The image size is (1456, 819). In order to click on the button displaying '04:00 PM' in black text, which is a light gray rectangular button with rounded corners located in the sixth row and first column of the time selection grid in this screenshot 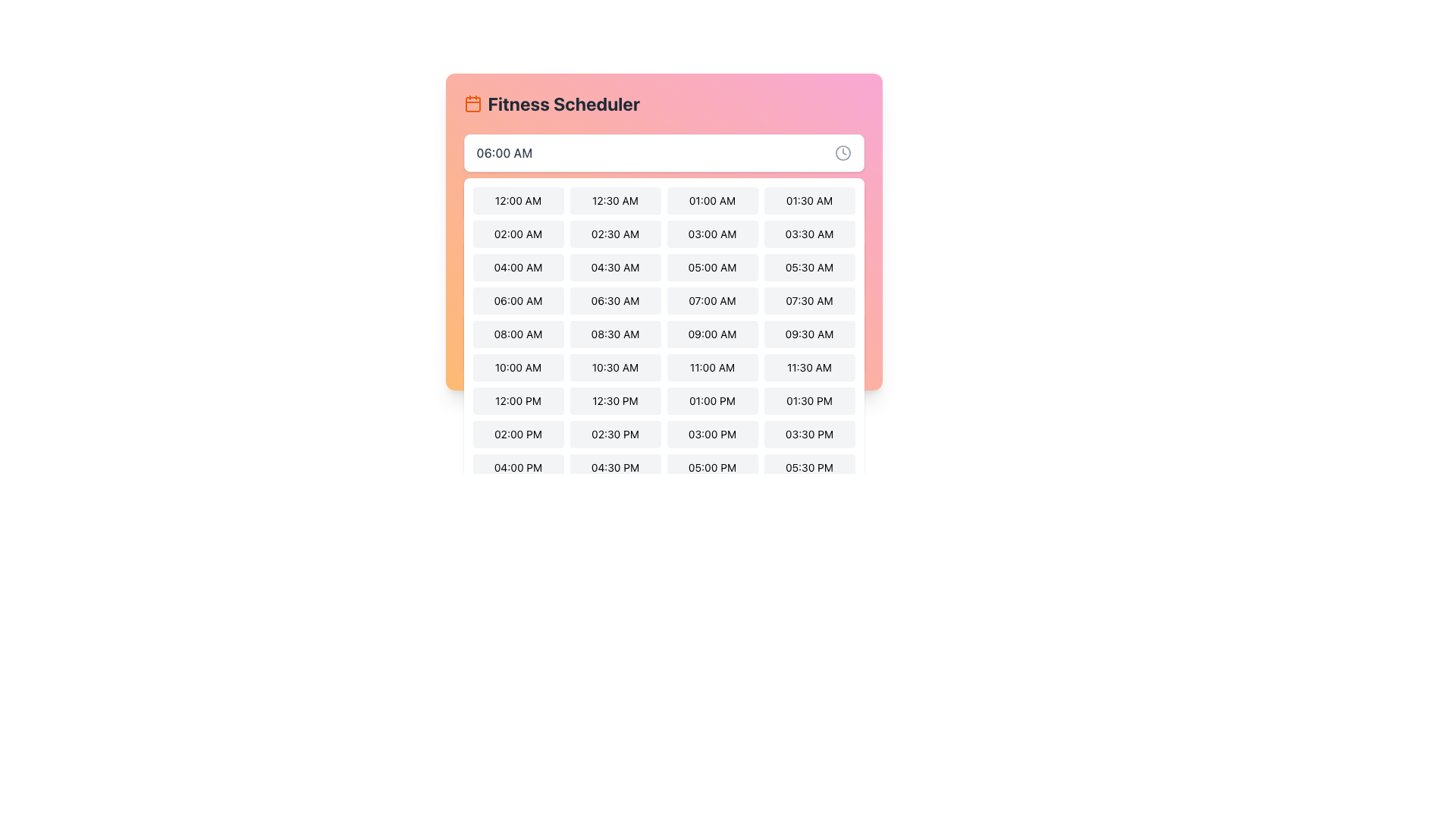, I will do `click(518, 467)`.